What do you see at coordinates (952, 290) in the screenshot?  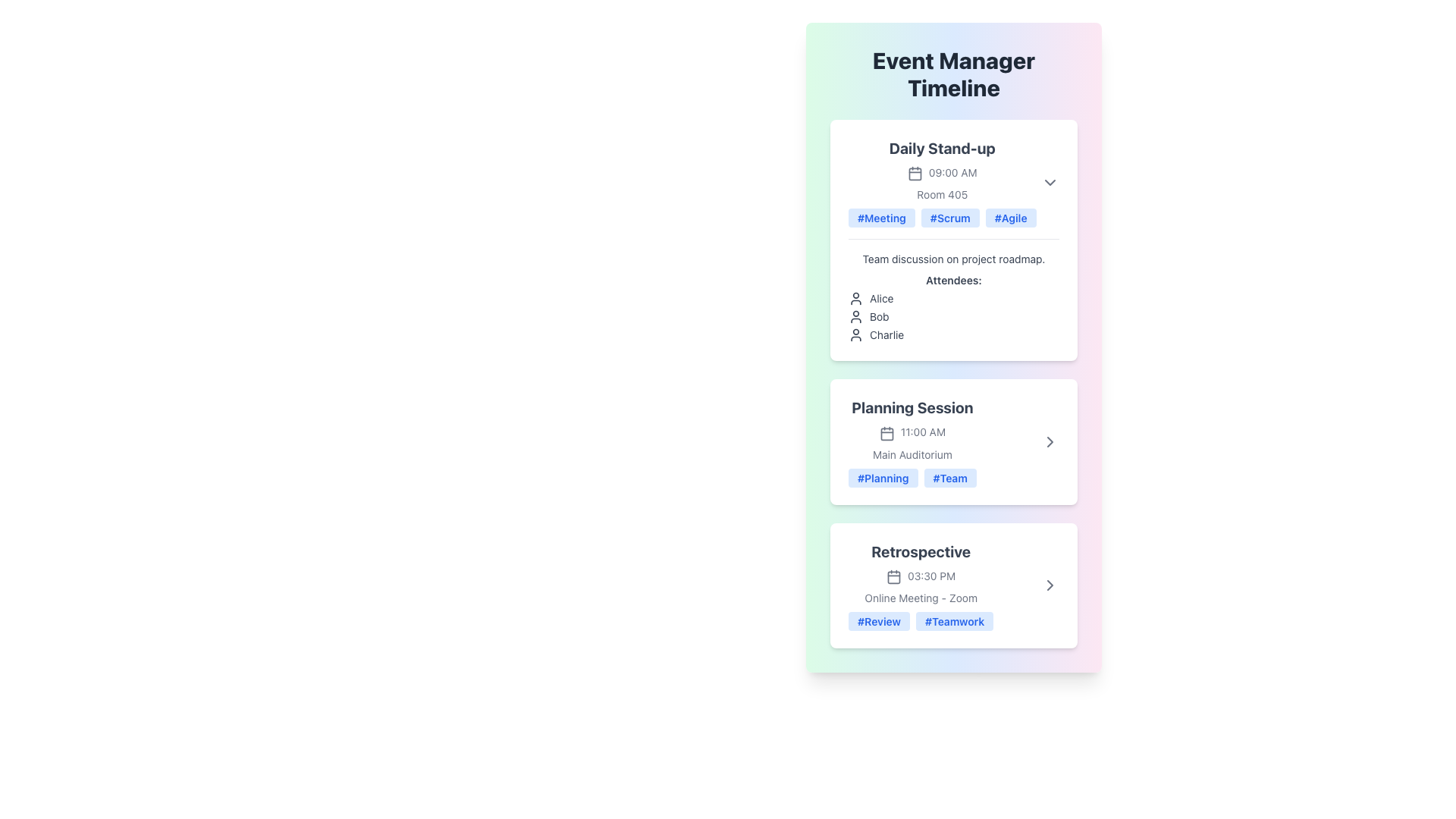 I see `the Textual description block located within the 'Daily Stand-up' card in the 'Event Manager Timeline' interface, which provides details about the meeting discussion summary and lists attendees` at bounding box center [952, 290].